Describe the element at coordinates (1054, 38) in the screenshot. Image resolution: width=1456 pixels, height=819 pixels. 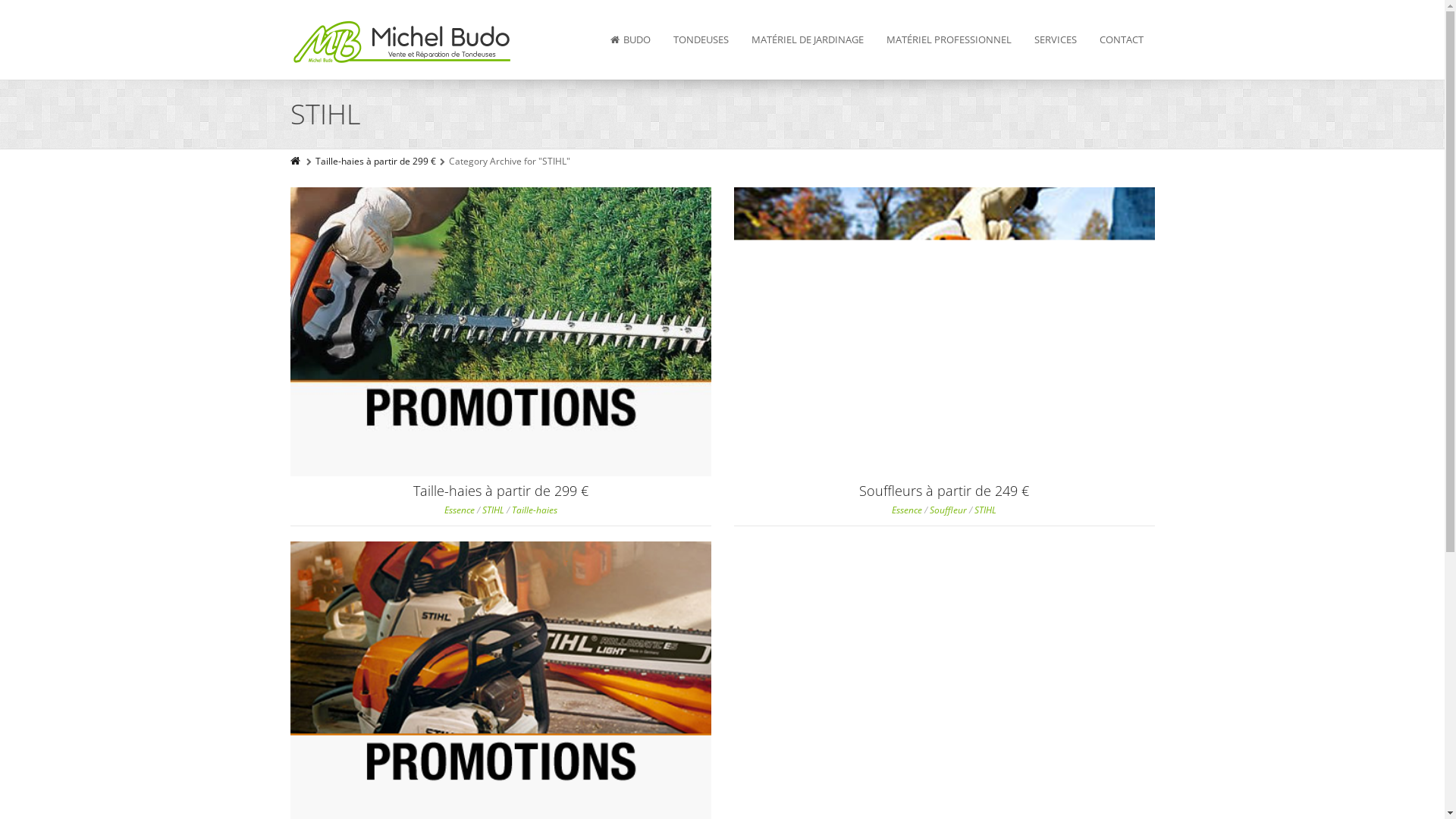
I see `'SERVICES'` at that location.